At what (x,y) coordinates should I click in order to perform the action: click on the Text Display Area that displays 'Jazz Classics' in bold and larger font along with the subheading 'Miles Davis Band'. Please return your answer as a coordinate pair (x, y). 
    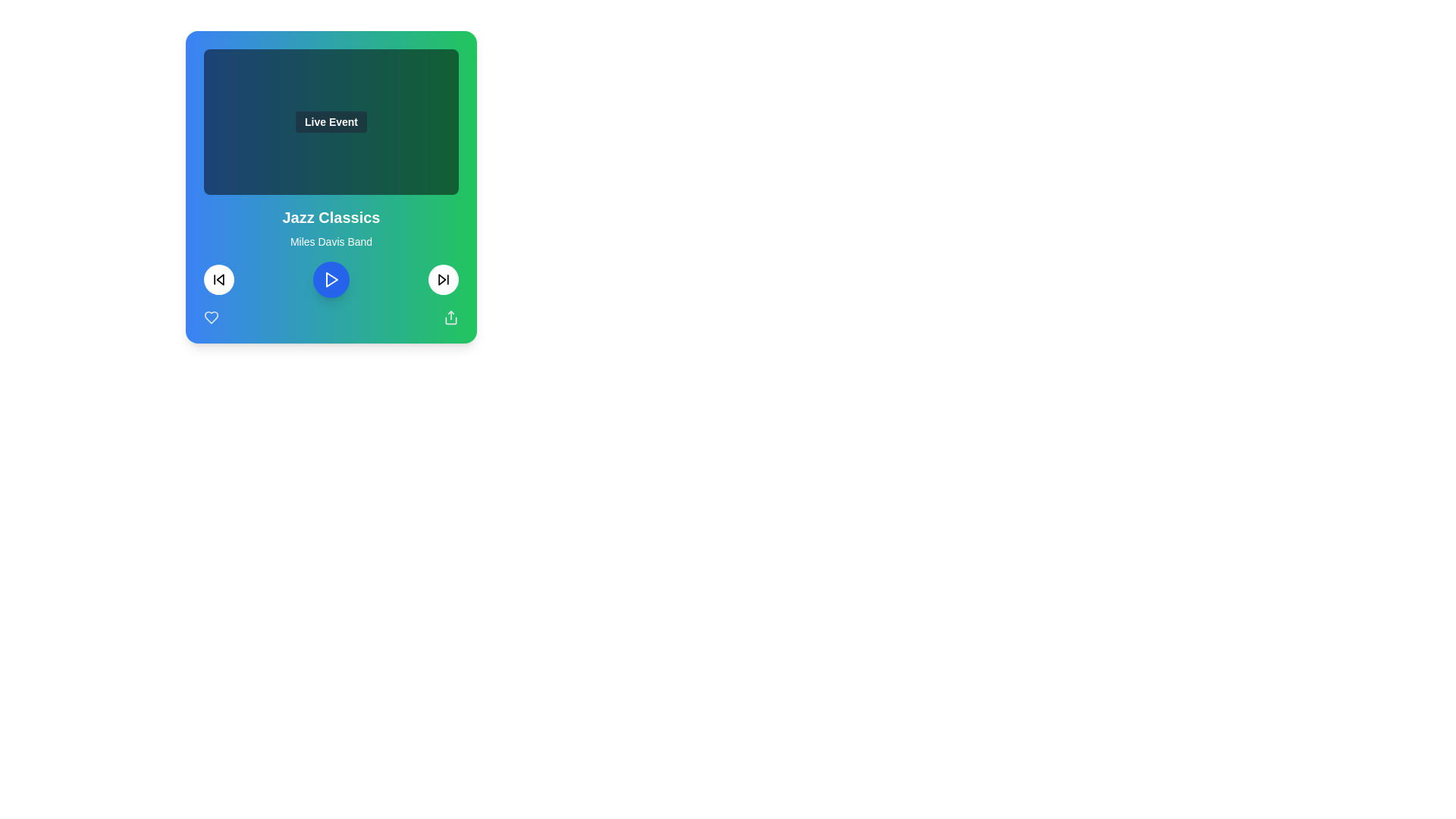
    Looking at the image, I should click on (330, 227).